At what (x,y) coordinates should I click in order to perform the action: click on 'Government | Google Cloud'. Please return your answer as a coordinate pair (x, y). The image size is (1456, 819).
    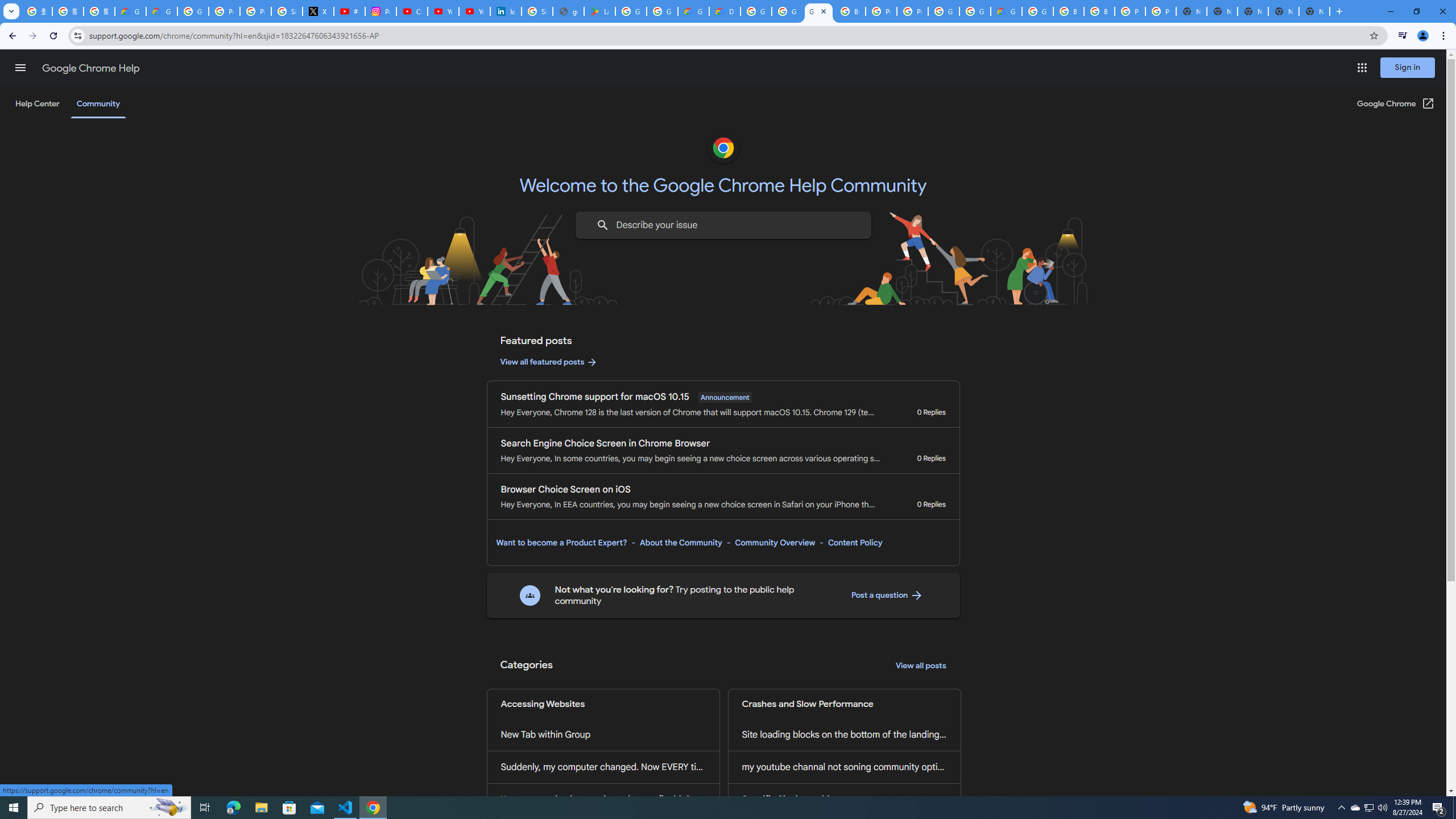
    Looking at the image, I should click on (693, 11).